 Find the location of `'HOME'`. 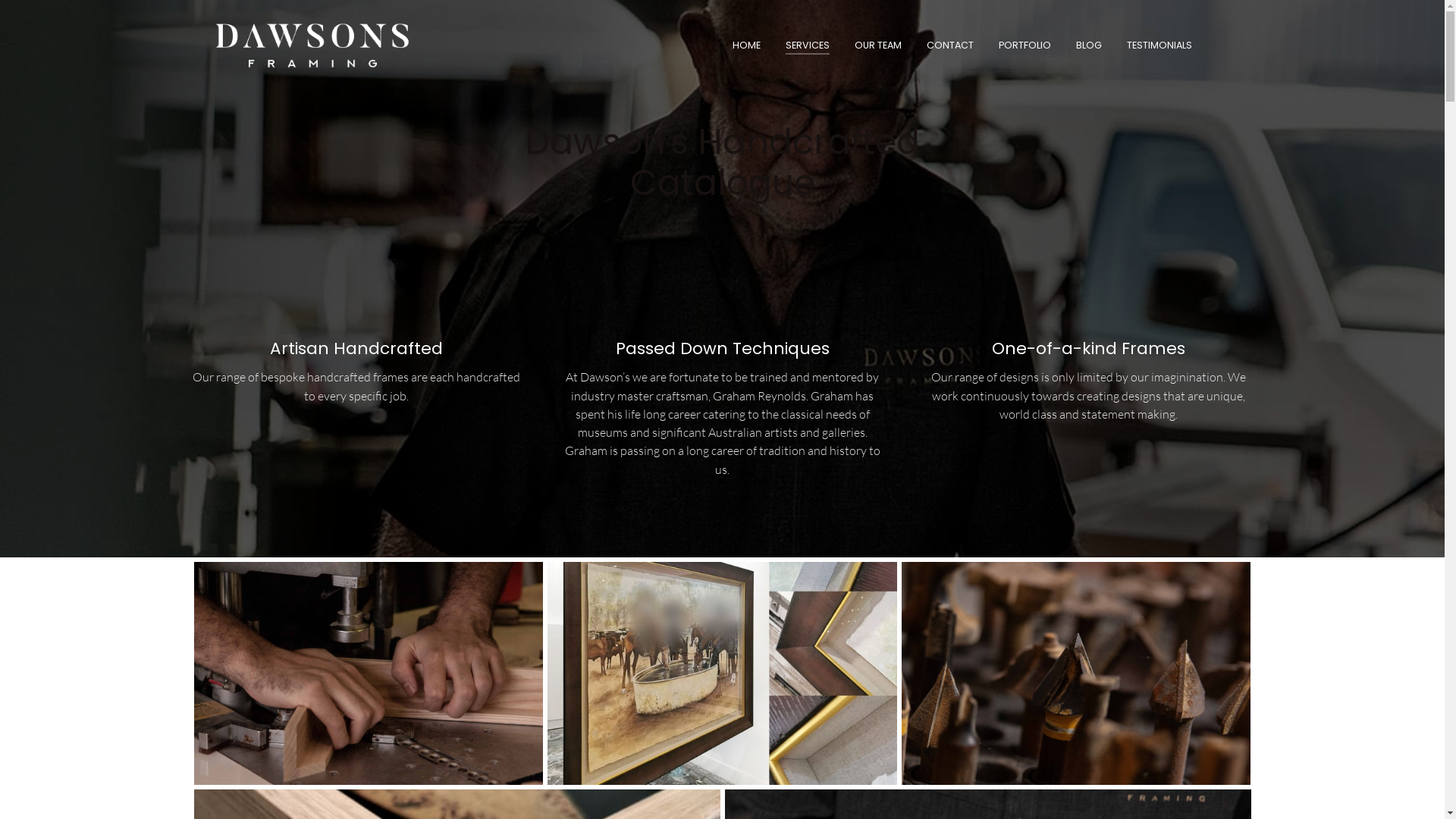

'HOME' is located at coordinates (739, 45).